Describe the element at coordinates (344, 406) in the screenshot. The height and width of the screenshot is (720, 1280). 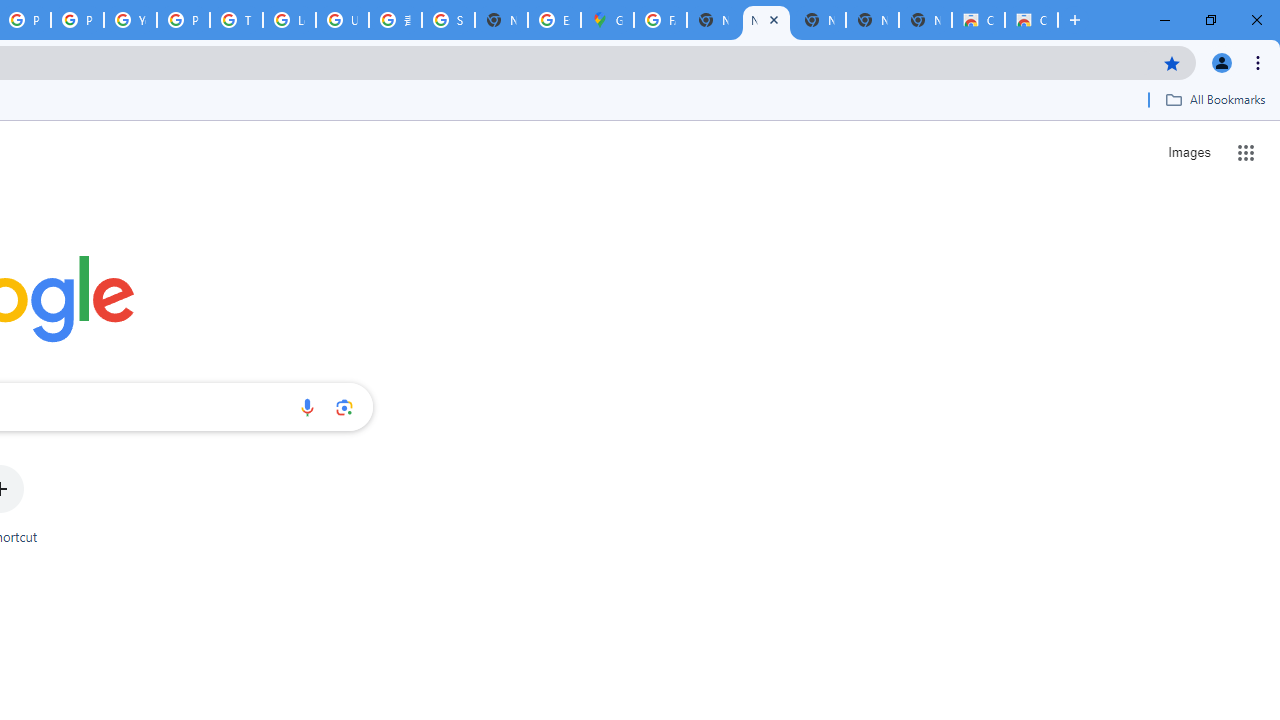
I see `'Search by image'` at that location.